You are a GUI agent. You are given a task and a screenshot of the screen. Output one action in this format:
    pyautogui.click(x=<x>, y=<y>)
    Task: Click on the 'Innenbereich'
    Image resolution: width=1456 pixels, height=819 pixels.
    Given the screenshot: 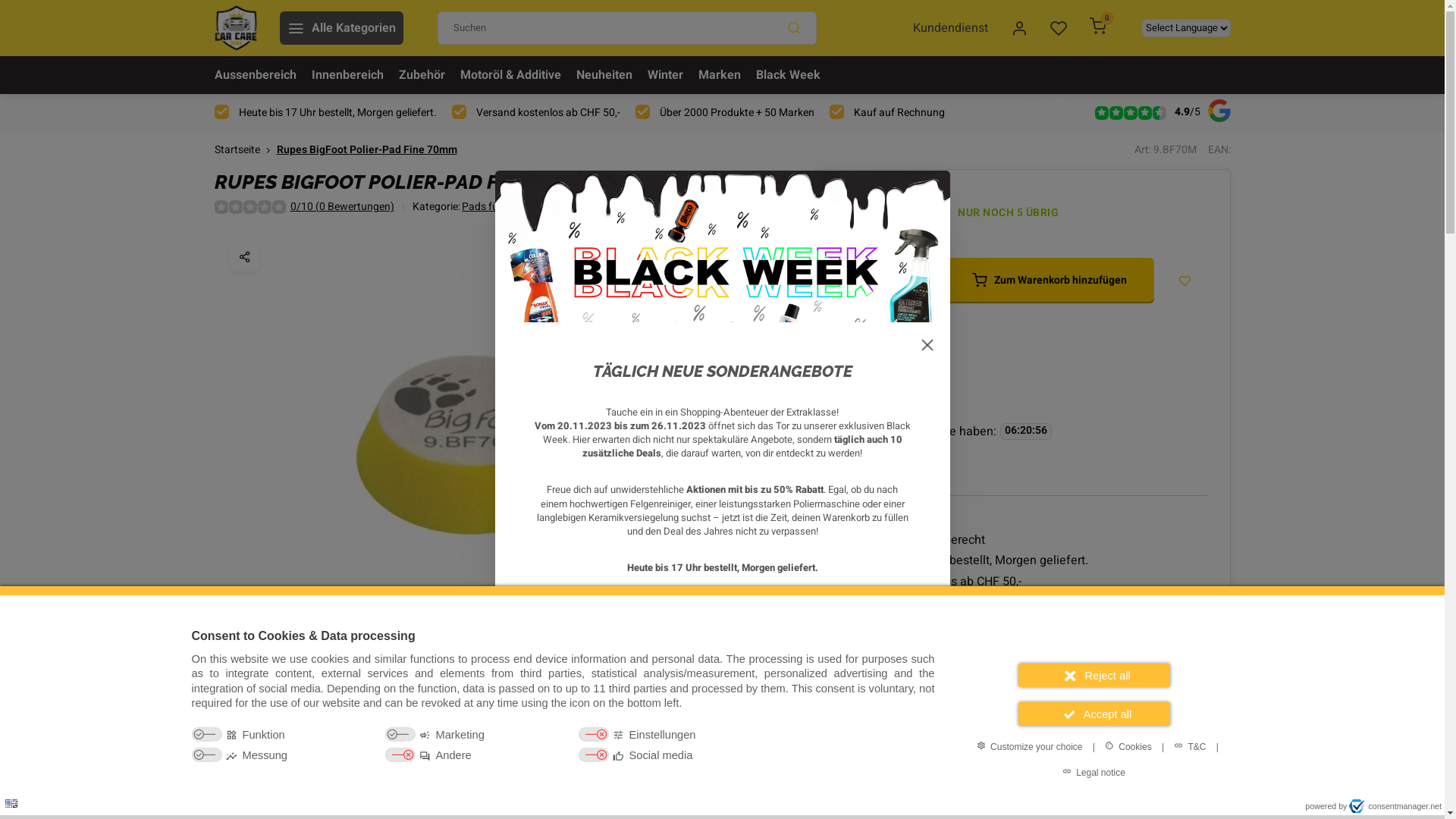 What is the action you would take?
    pyautogui.click(x=346, y=75)
    